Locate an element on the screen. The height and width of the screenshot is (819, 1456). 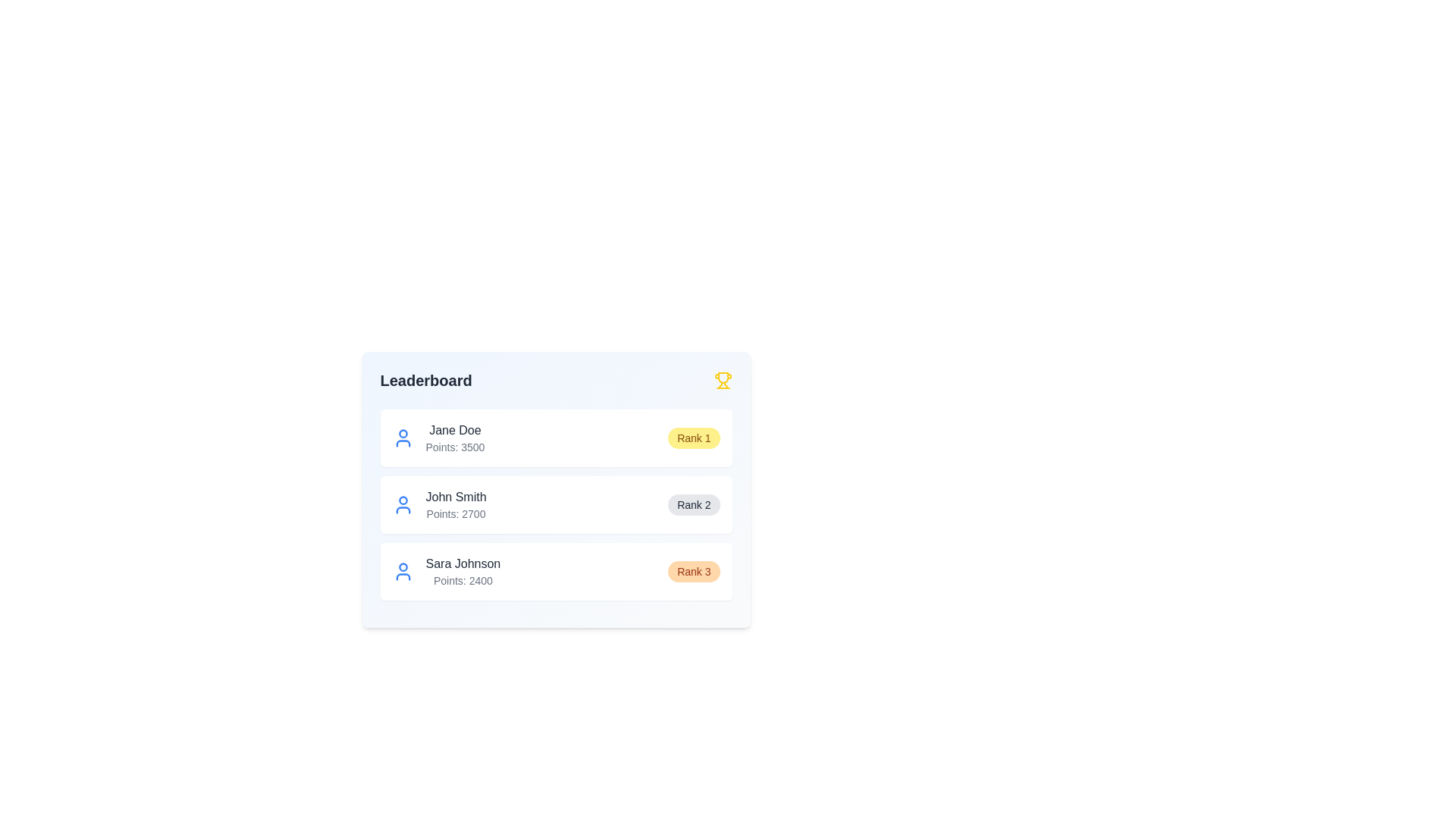
the yellow trophy icon located at the top-right corner of the leaderboard section is located at coordinates (722, 379).